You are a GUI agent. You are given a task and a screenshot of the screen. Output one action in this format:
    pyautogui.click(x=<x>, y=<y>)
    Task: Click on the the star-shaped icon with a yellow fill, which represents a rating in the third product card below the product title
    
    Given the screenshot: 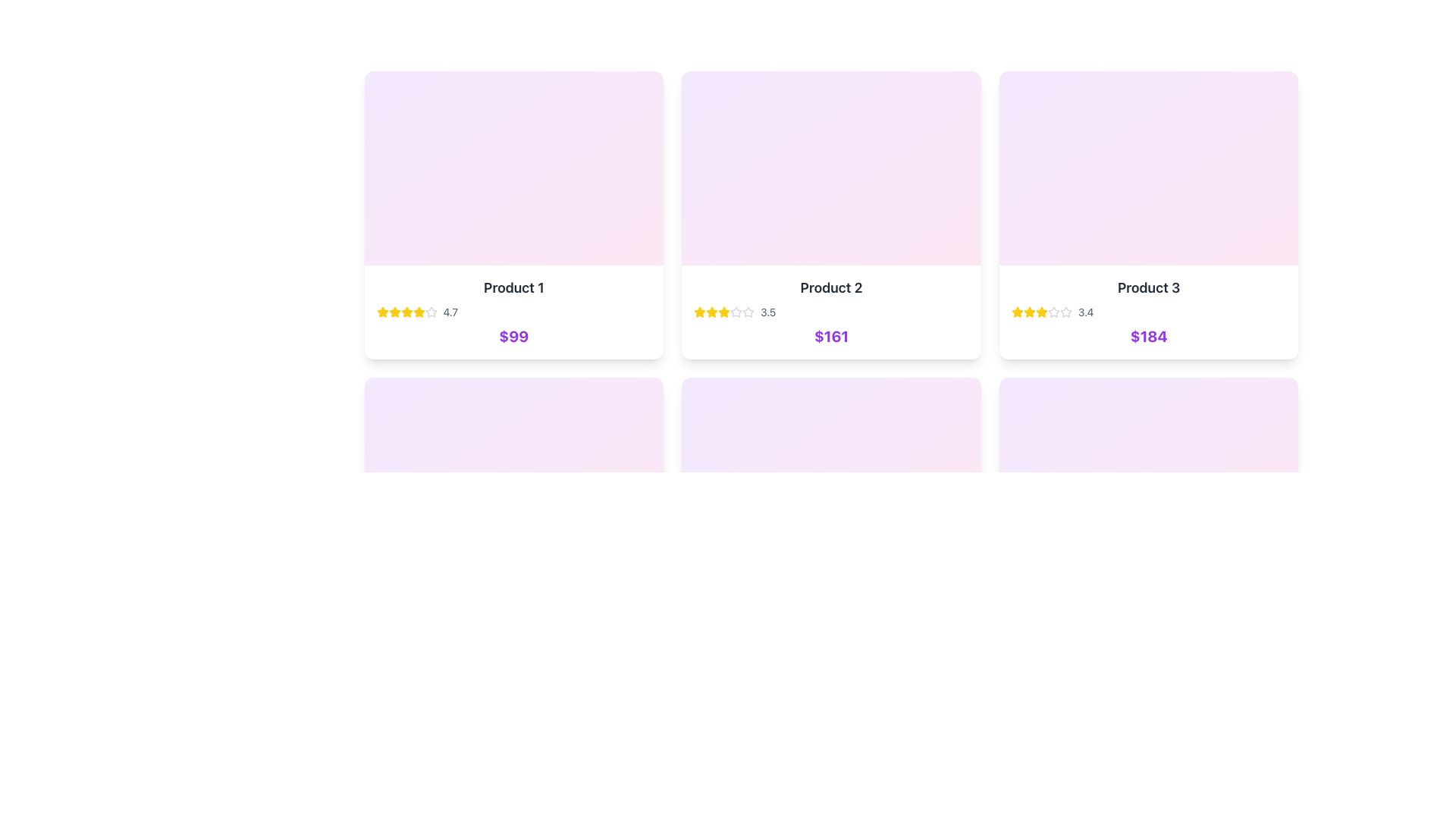 What is the action you would take?
    pyautogui.click(x=1017, y=311)
    